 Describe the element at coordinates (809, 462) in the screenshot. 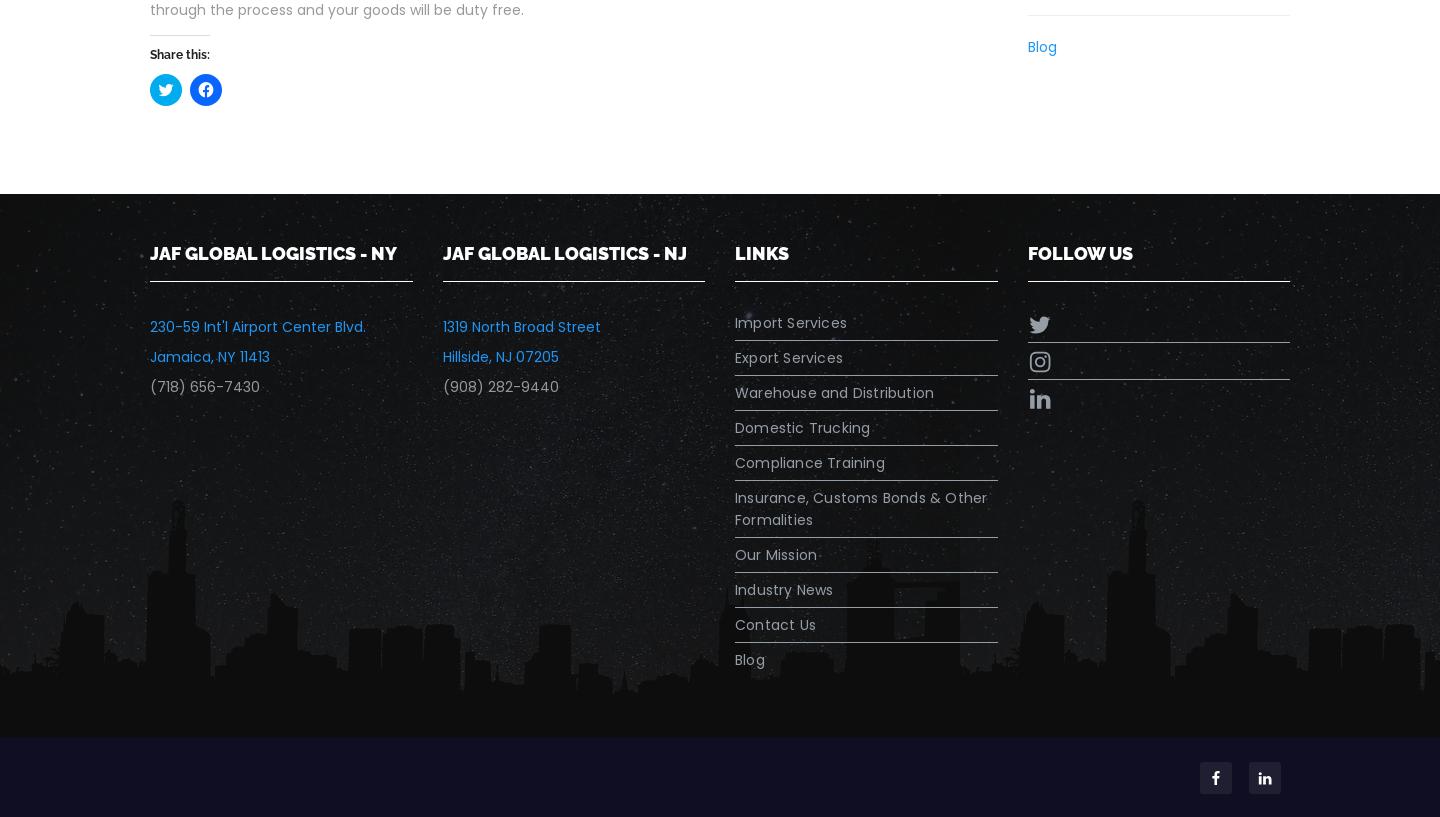

I see `'Compliance Training'` at that location.